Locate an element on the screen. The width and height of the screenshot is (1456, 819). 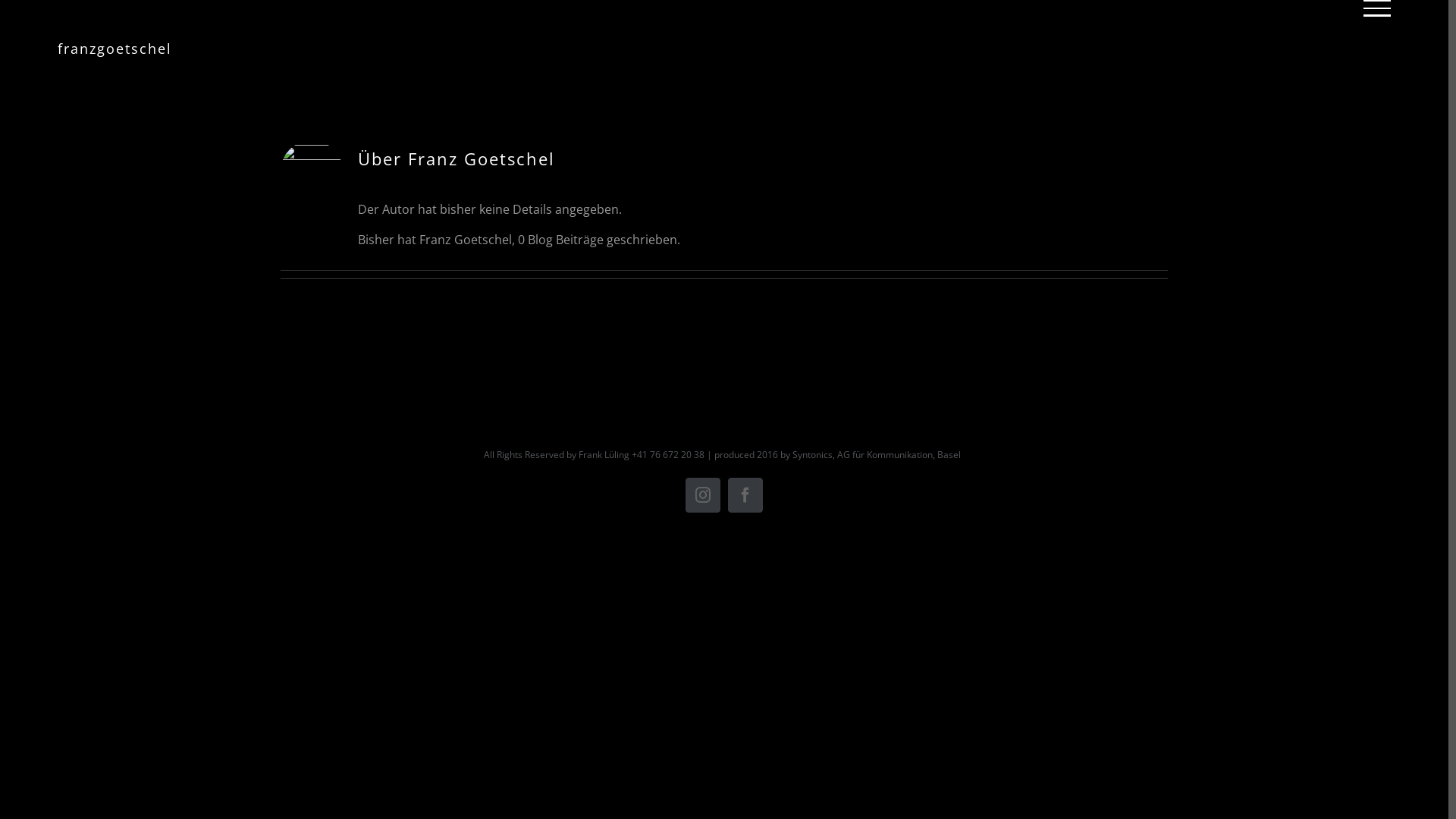
'Instagram' is located at coordinates (701, 494).